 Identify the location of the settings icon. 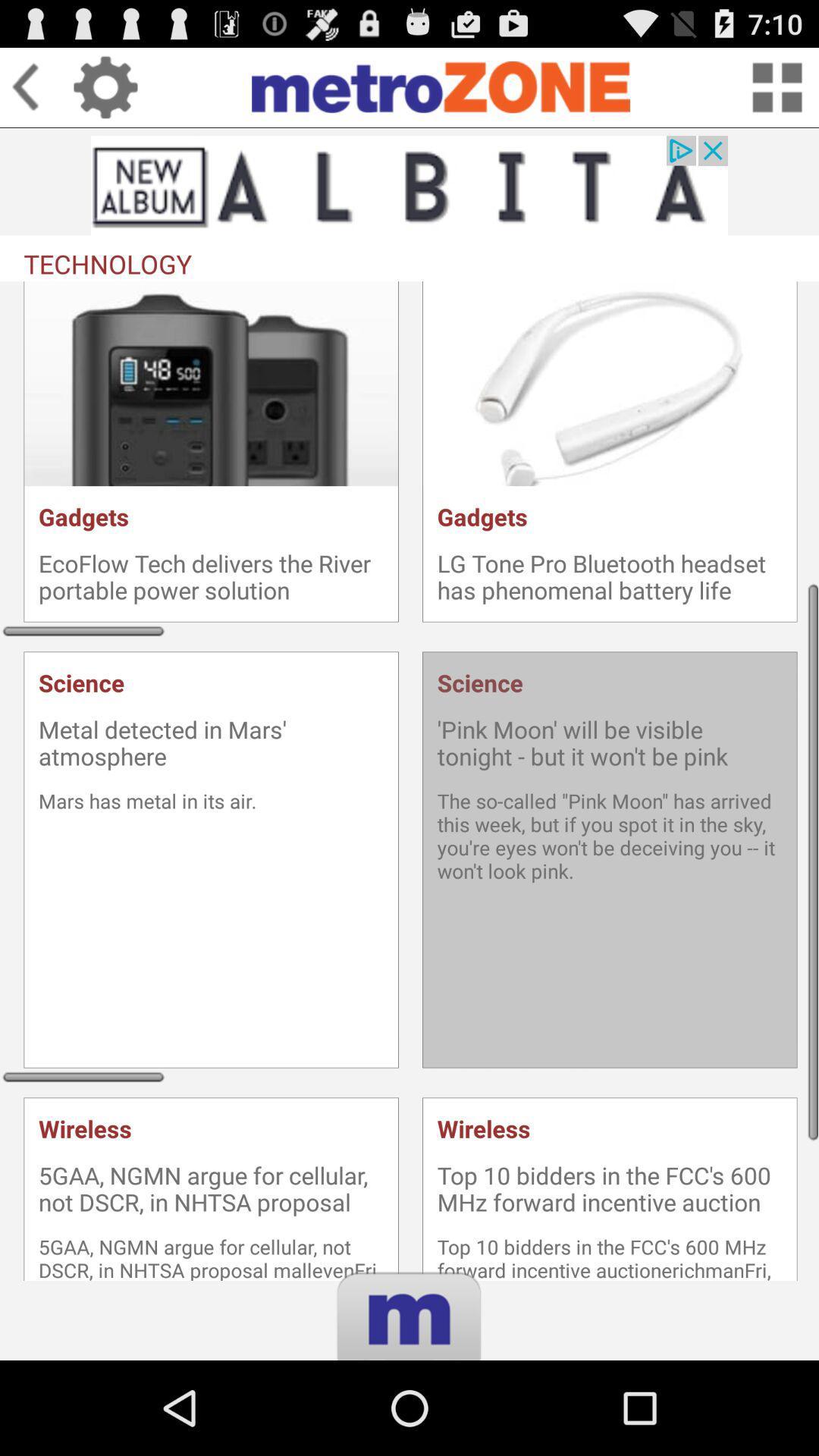
(105, 93).